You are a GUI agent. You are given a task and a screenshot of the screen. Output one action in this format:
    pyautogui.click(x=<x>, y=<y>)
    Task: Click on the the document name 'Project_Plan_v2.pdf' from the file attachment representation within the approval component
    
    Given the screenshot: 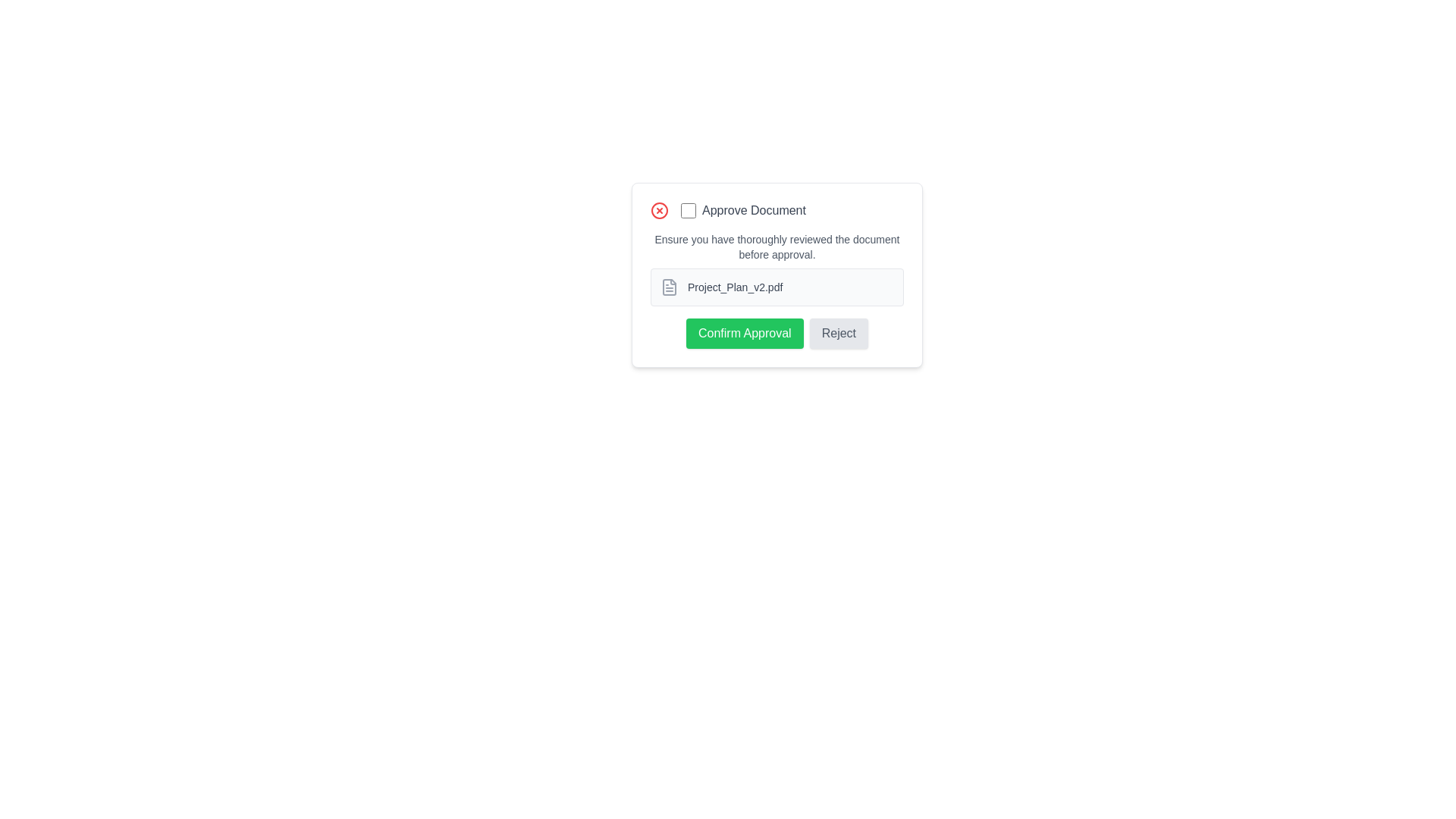 What is the action you would take?
    pyautogui.click(x=777, y=290)
    